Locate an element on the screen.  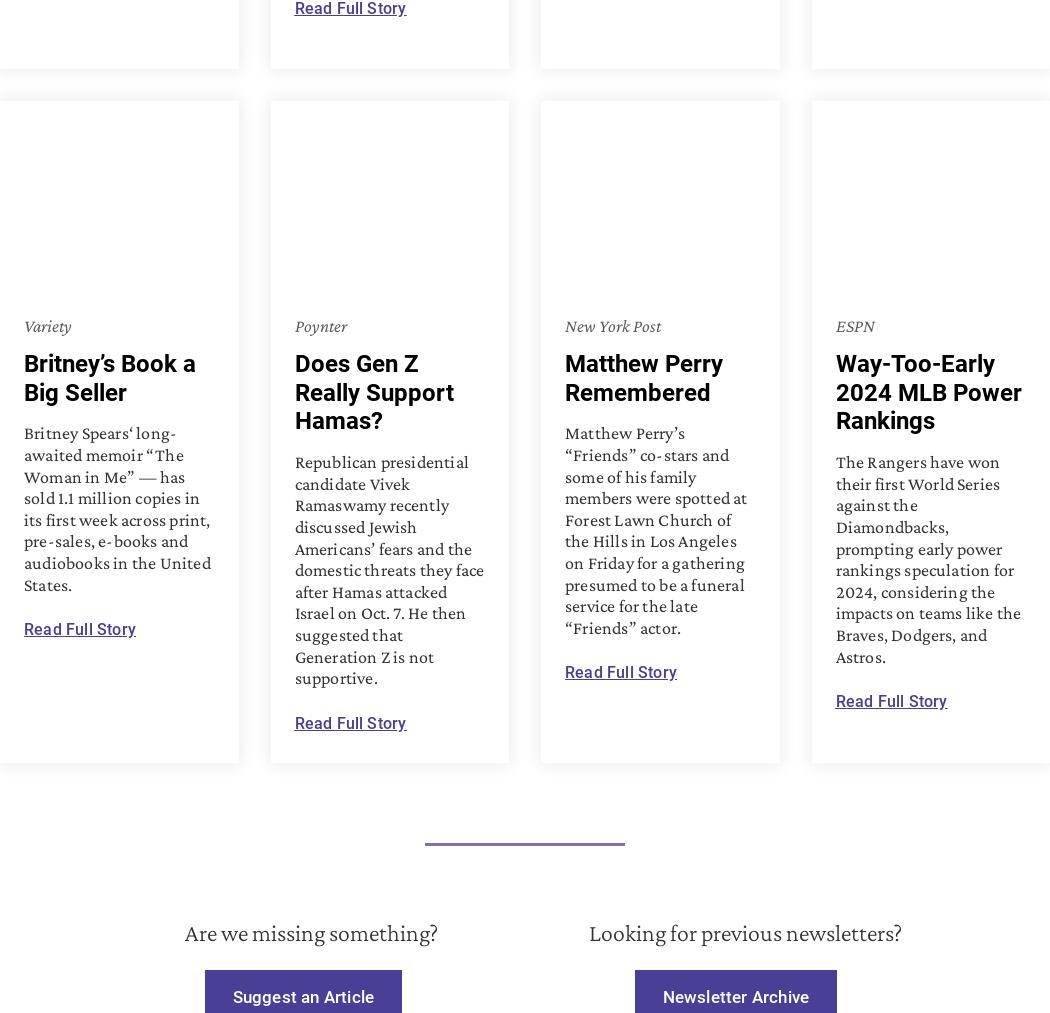
'The Rangers have won their first World Series against the Diamondbacks, prompting early power rankings speculation for 2024, considering the impacts on teams like the Braves, Dodgers, and Astros.' is located at coordinates (927, 558).